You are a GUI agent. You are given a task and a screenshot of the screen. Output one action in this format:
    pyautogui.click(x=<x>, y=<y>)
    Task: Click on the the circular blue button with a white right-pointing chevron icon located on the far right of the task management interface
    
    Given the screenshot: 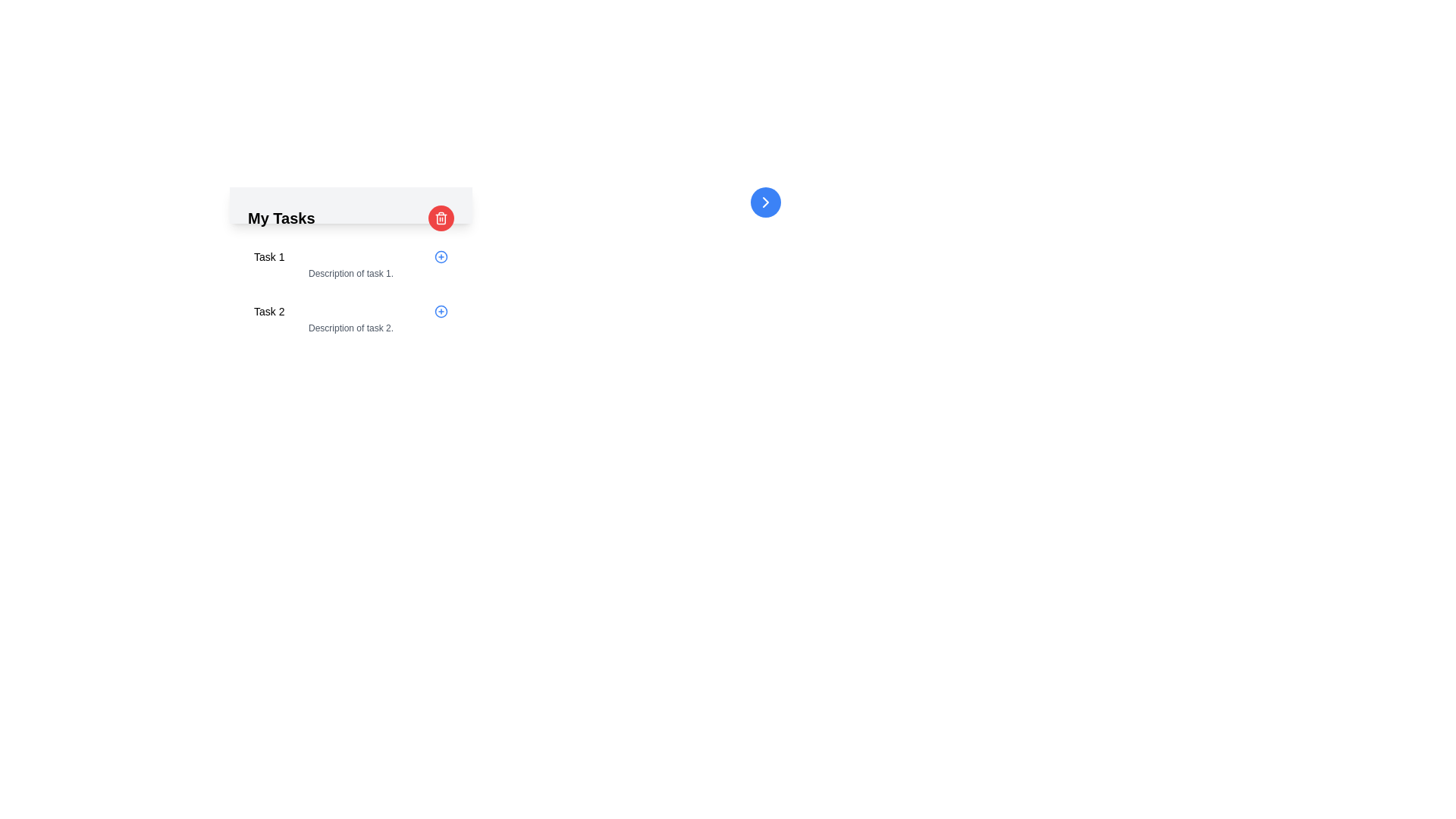 What is the action you would take?
    pyautogui.click(x=765, y=201)
    